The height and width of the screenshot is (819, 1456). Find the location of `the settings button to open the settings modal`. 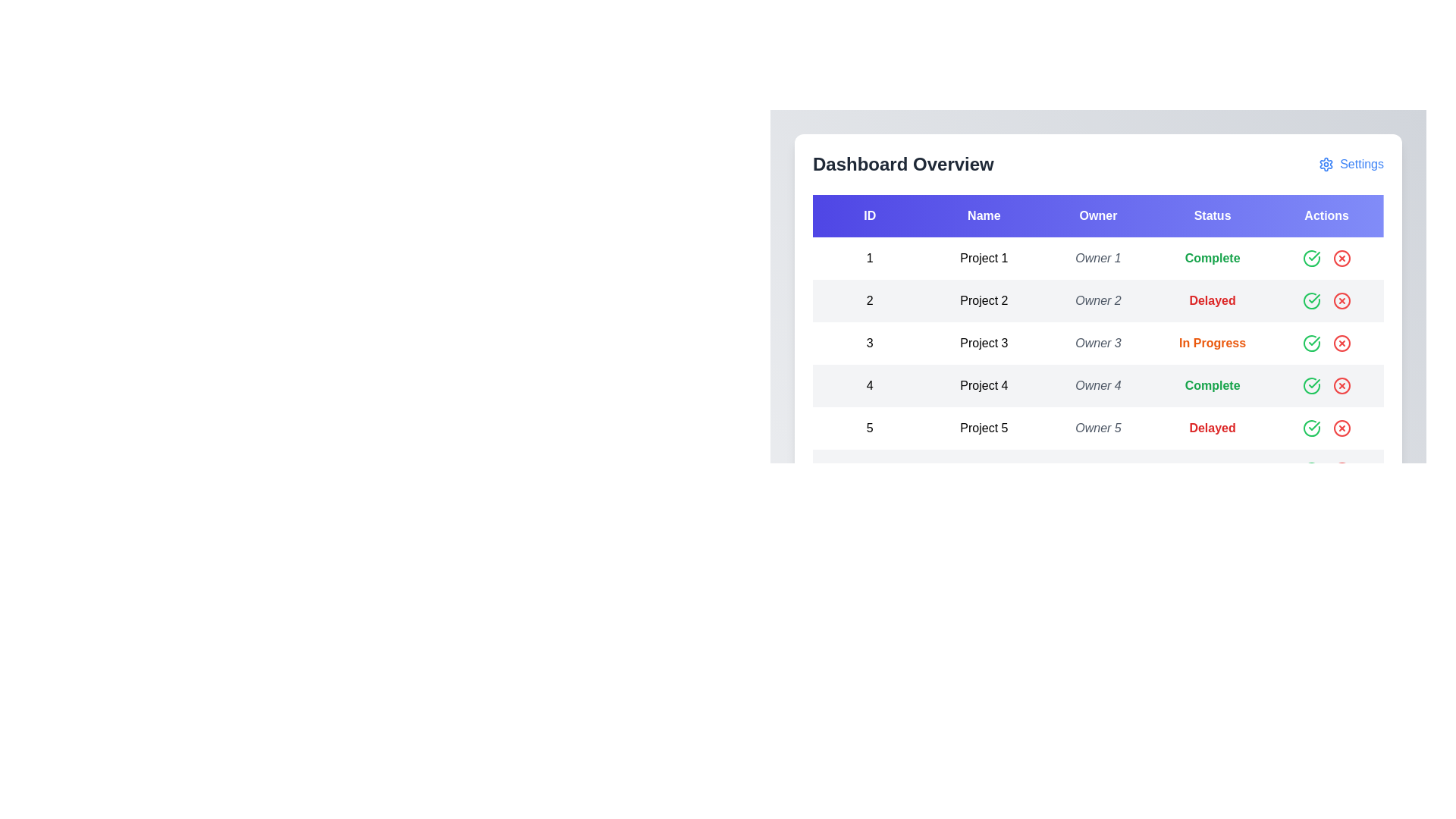

the settings button to open the settings modal is located at coordinates (1351, 164).